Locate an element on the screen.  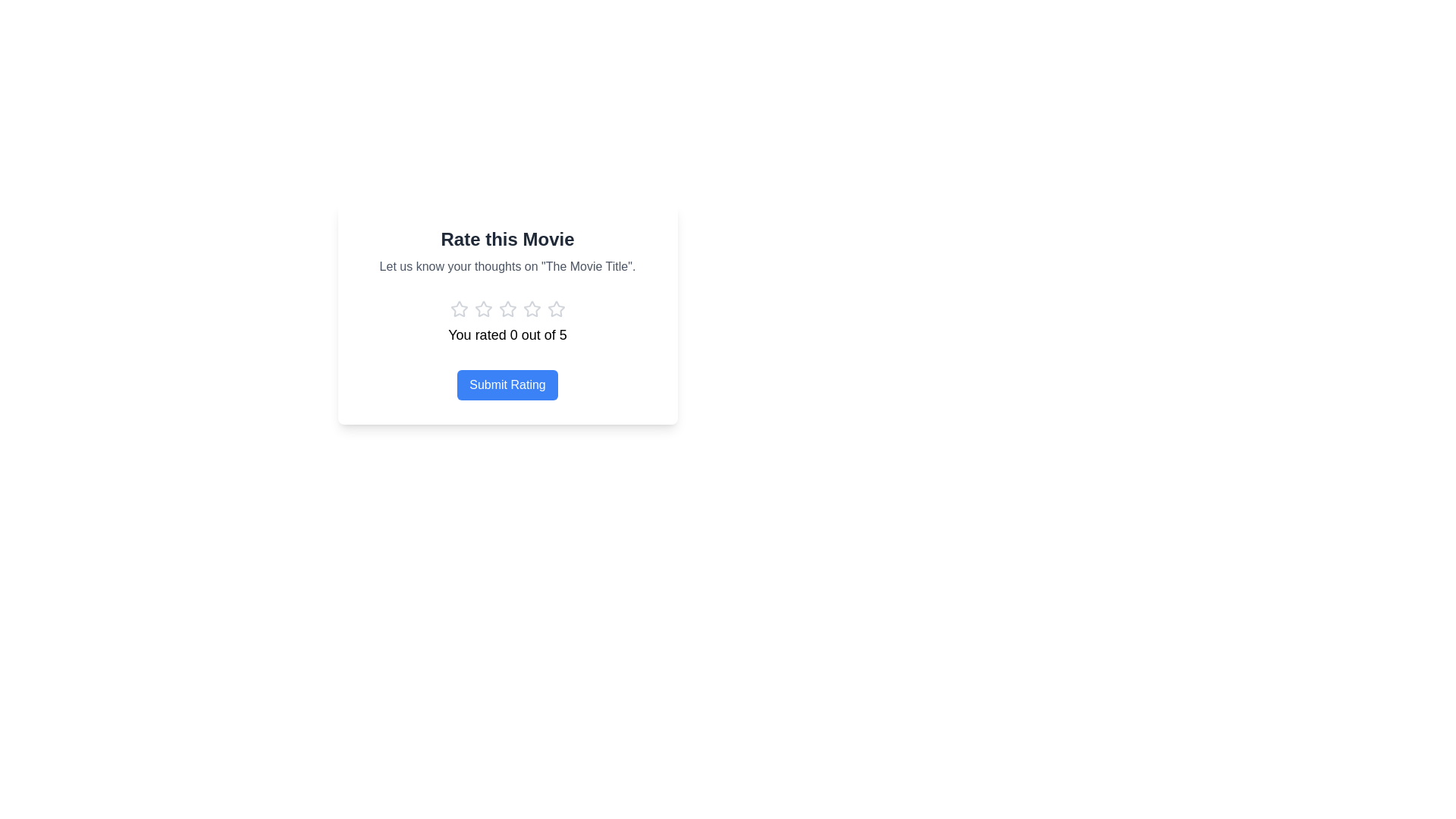
the first unrated gray star icon in the five-star rating component is located at coordinates (458, 309).